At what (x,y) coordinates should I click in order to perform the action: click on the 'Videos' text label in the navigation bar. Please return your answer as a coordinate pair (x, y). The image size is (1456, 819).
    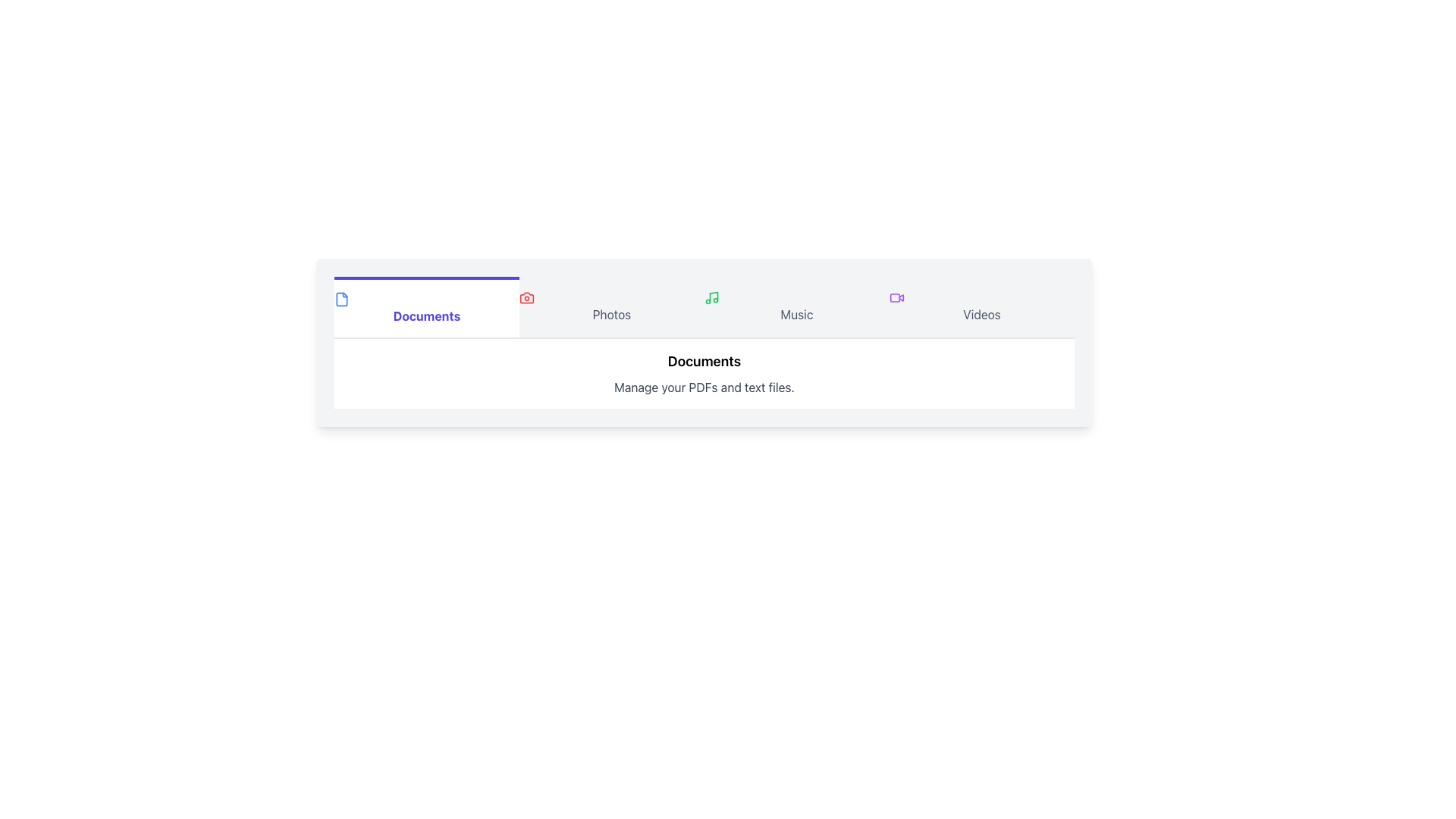
    Looking at the image, I should click on (982, 314).